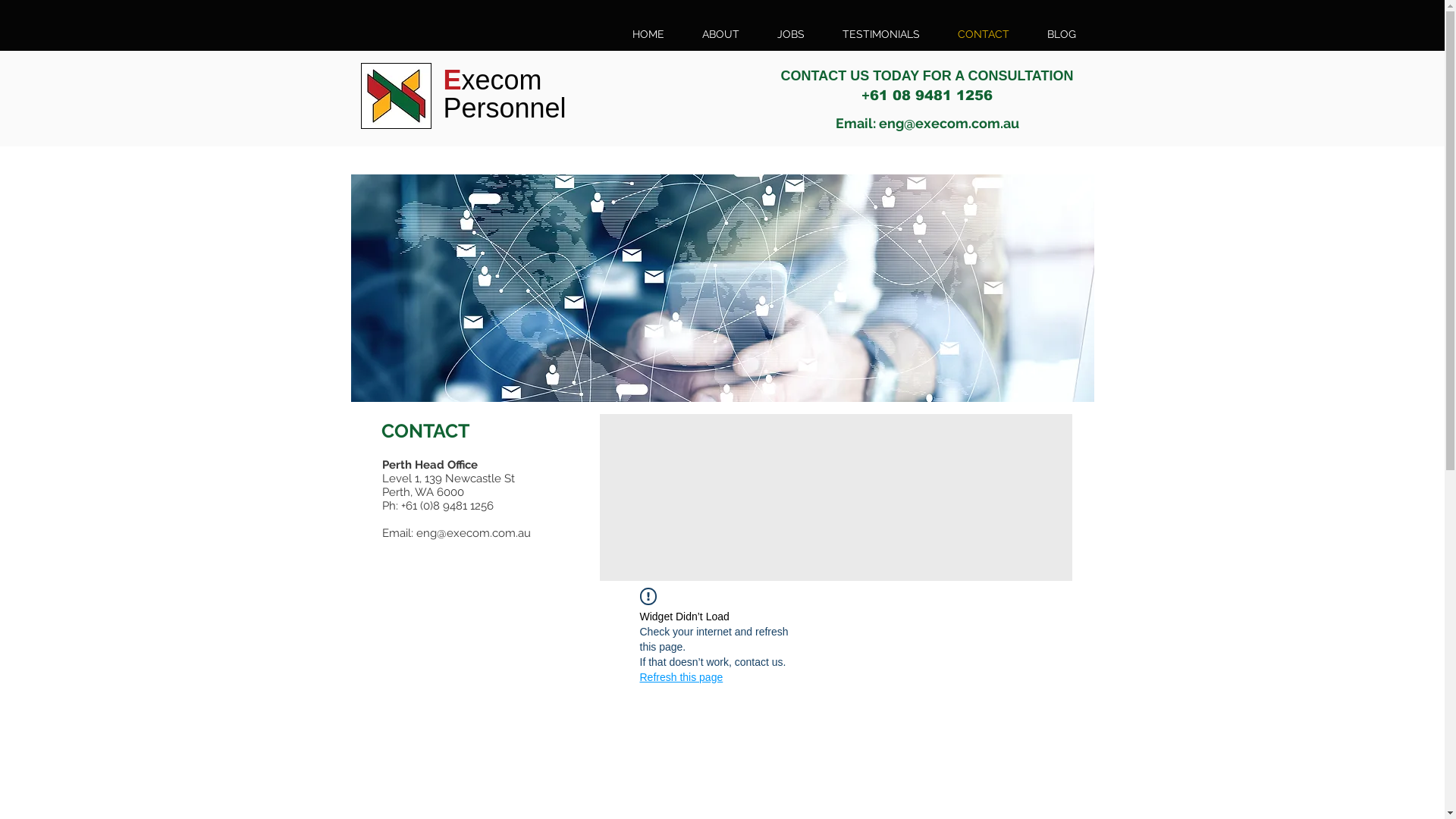  What do you see at coordinates (442, 107) in the screenshot?
I see `'Personnel'` at bounding box center [442, 107].